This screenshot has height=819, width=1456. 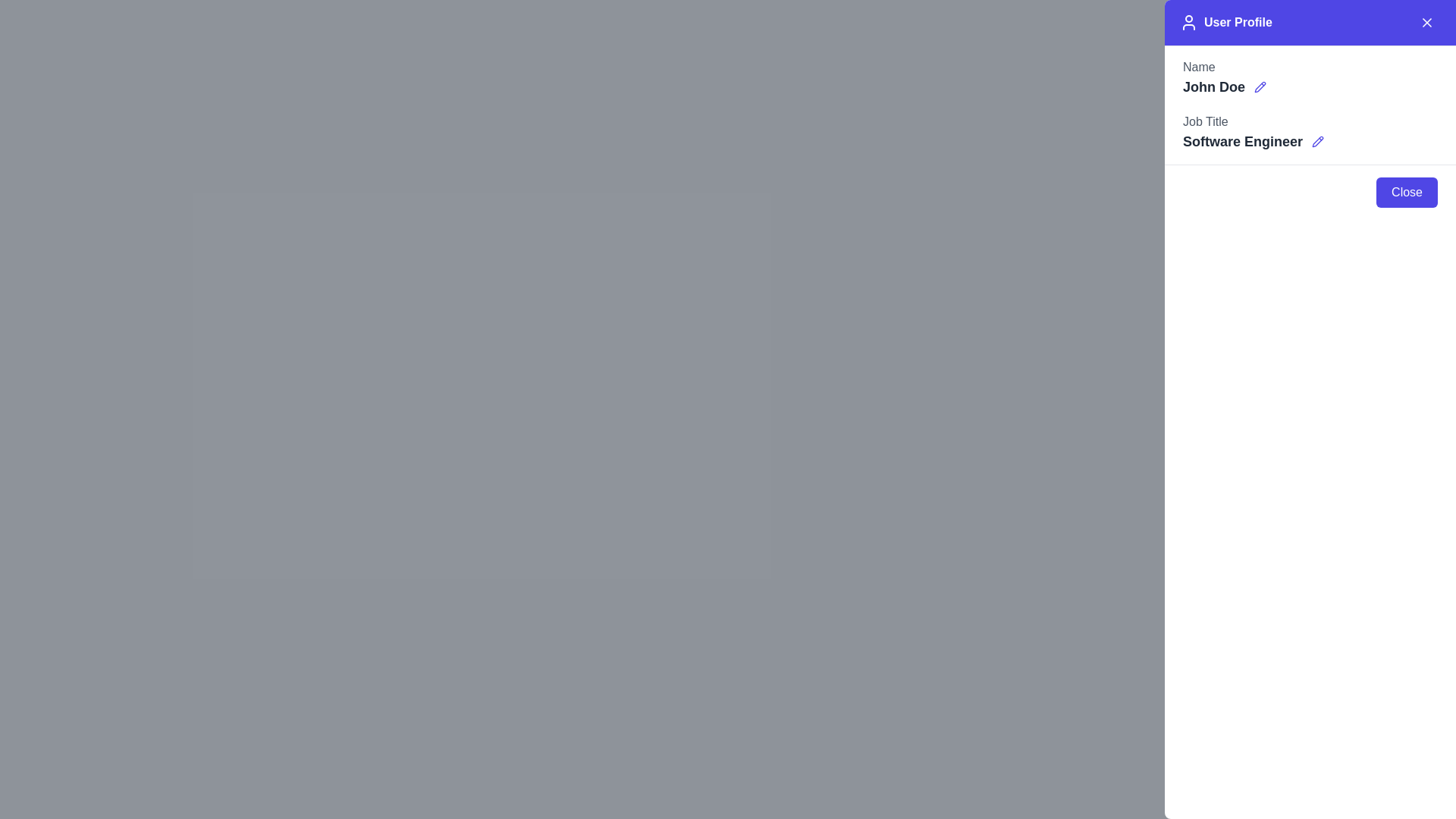 I want to click on the static text label in the 'User Profile' section that categorizes the content displaying the user's name, which is located above the text 'John Doe', so click(x=1198, y=66).